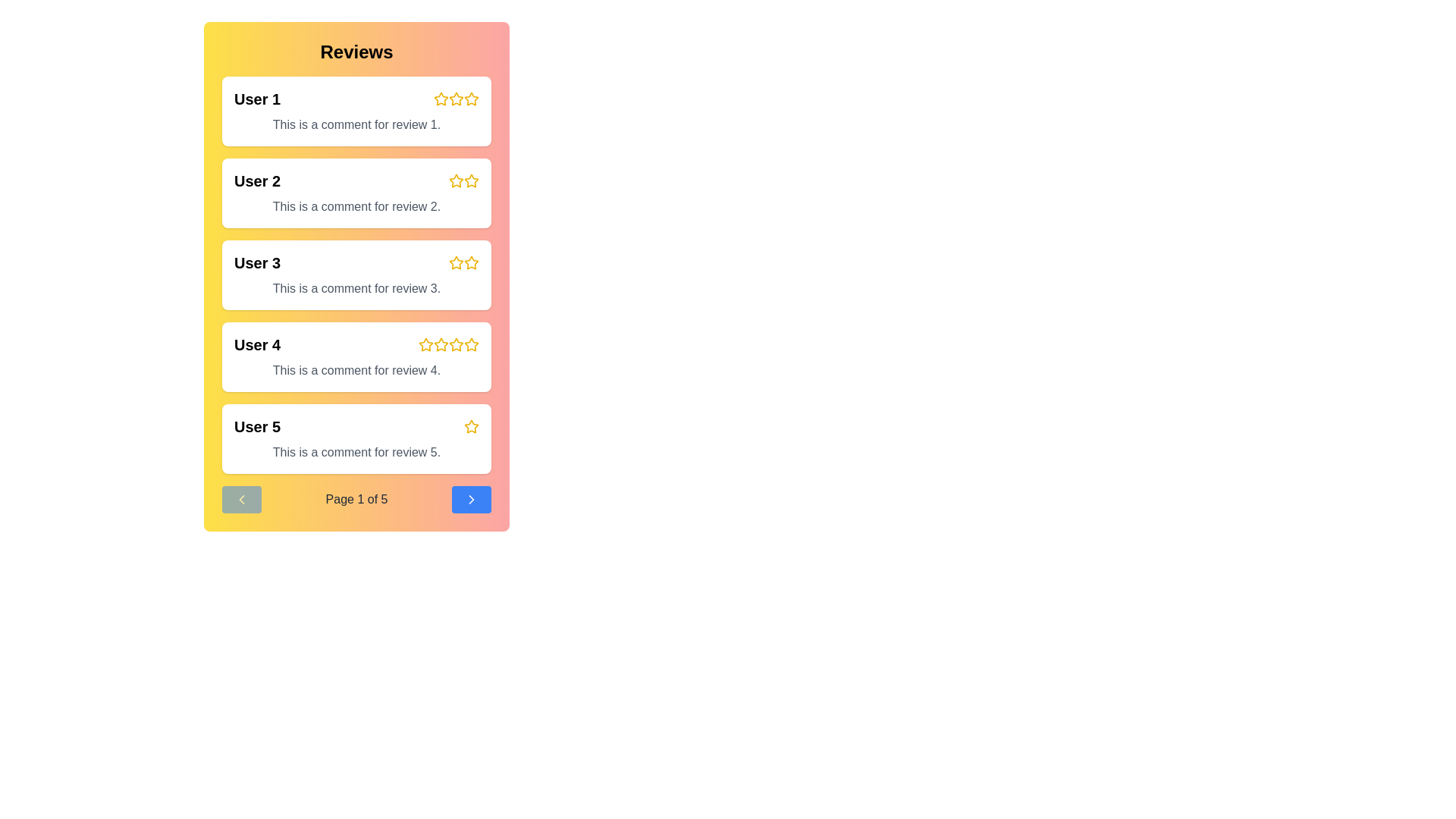 The image size is (1456, 819). I want to click on the fourth rating star icon located, so click(471, 99).